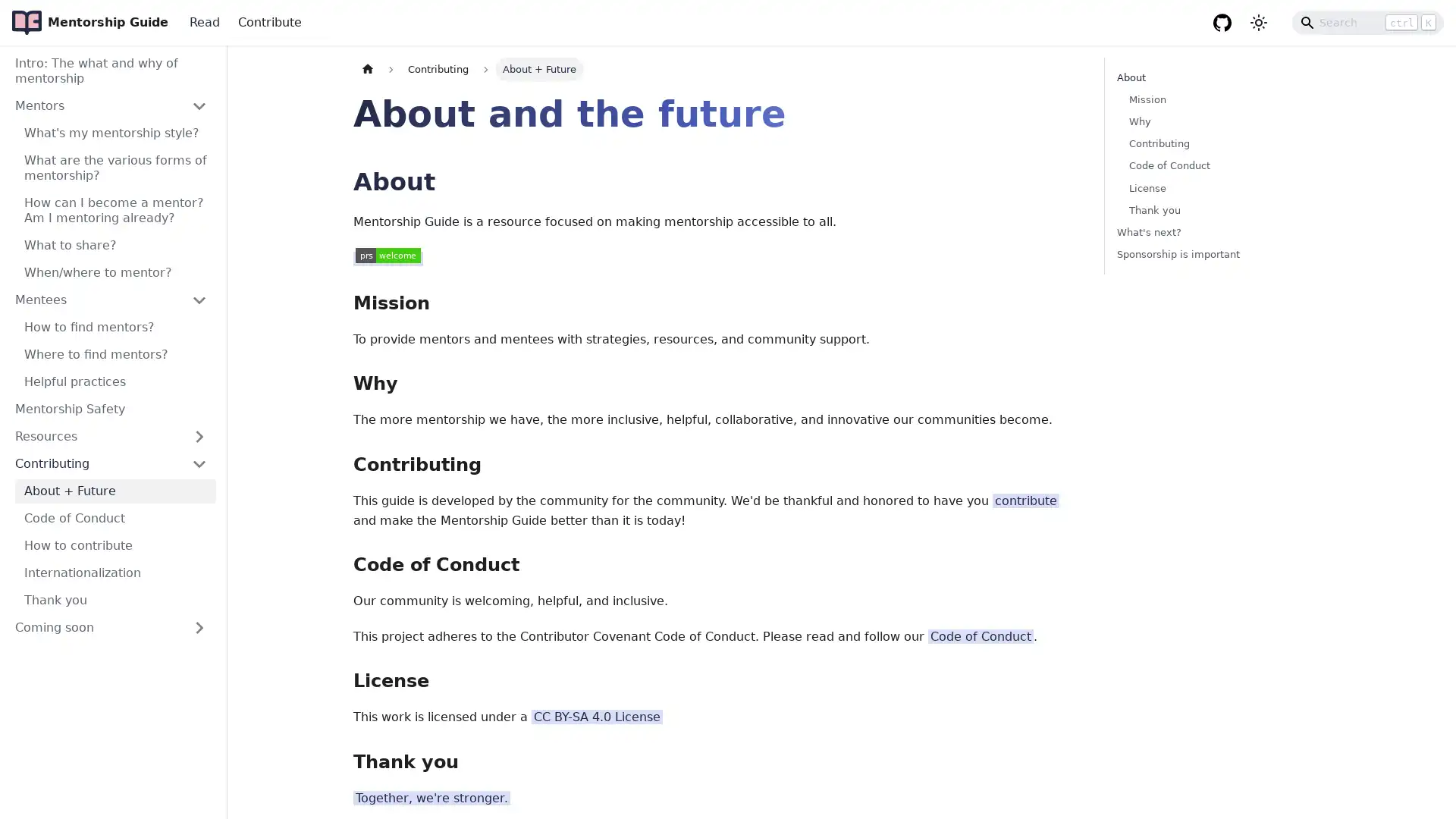 The image size is (1456, 819). I want to click on Switch between dark and light mode (currently light mode), so click(1259, 23).